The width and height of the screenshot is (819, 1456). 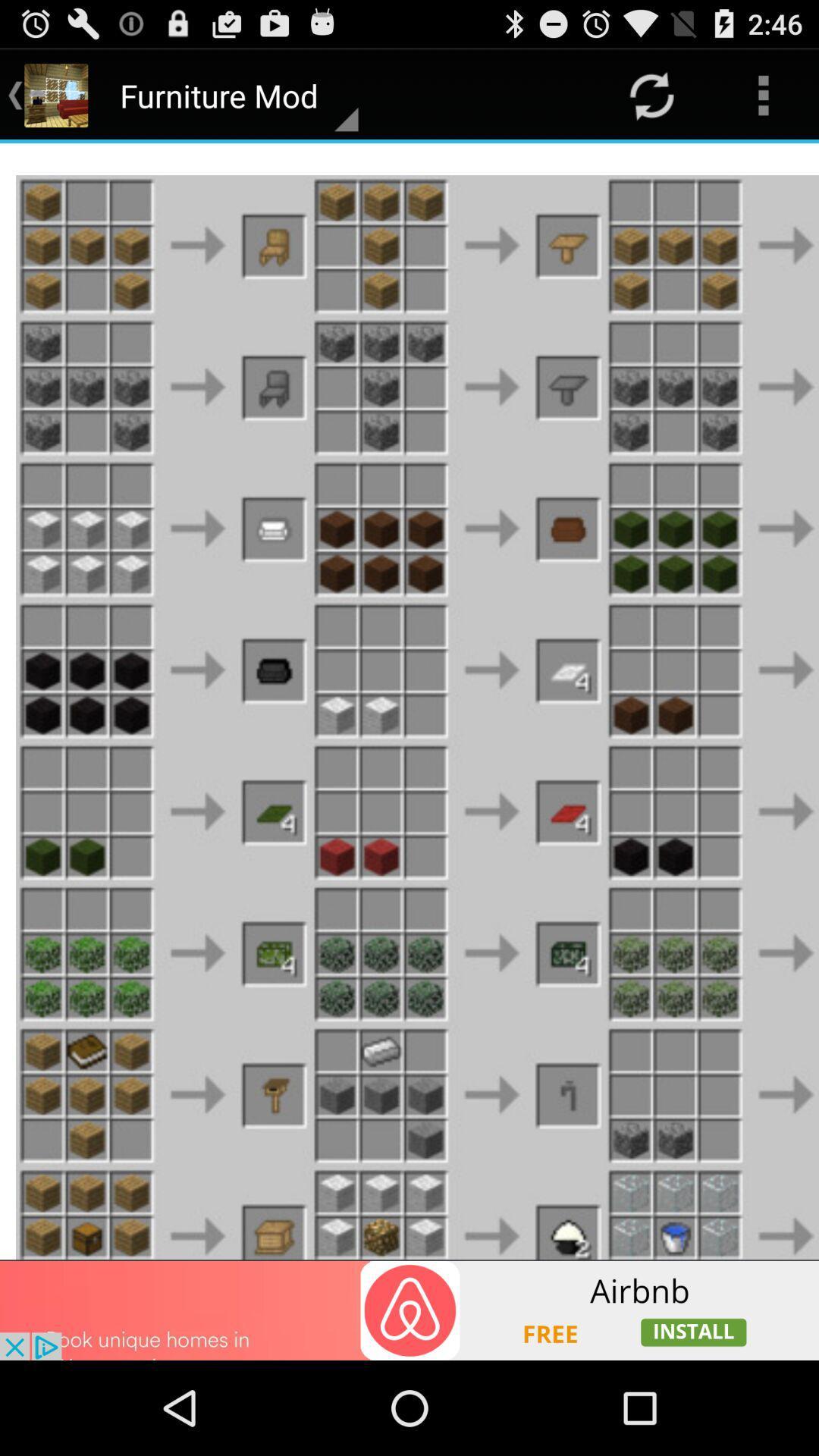 I want to click on advertisement, so click(x=409, y=1310).